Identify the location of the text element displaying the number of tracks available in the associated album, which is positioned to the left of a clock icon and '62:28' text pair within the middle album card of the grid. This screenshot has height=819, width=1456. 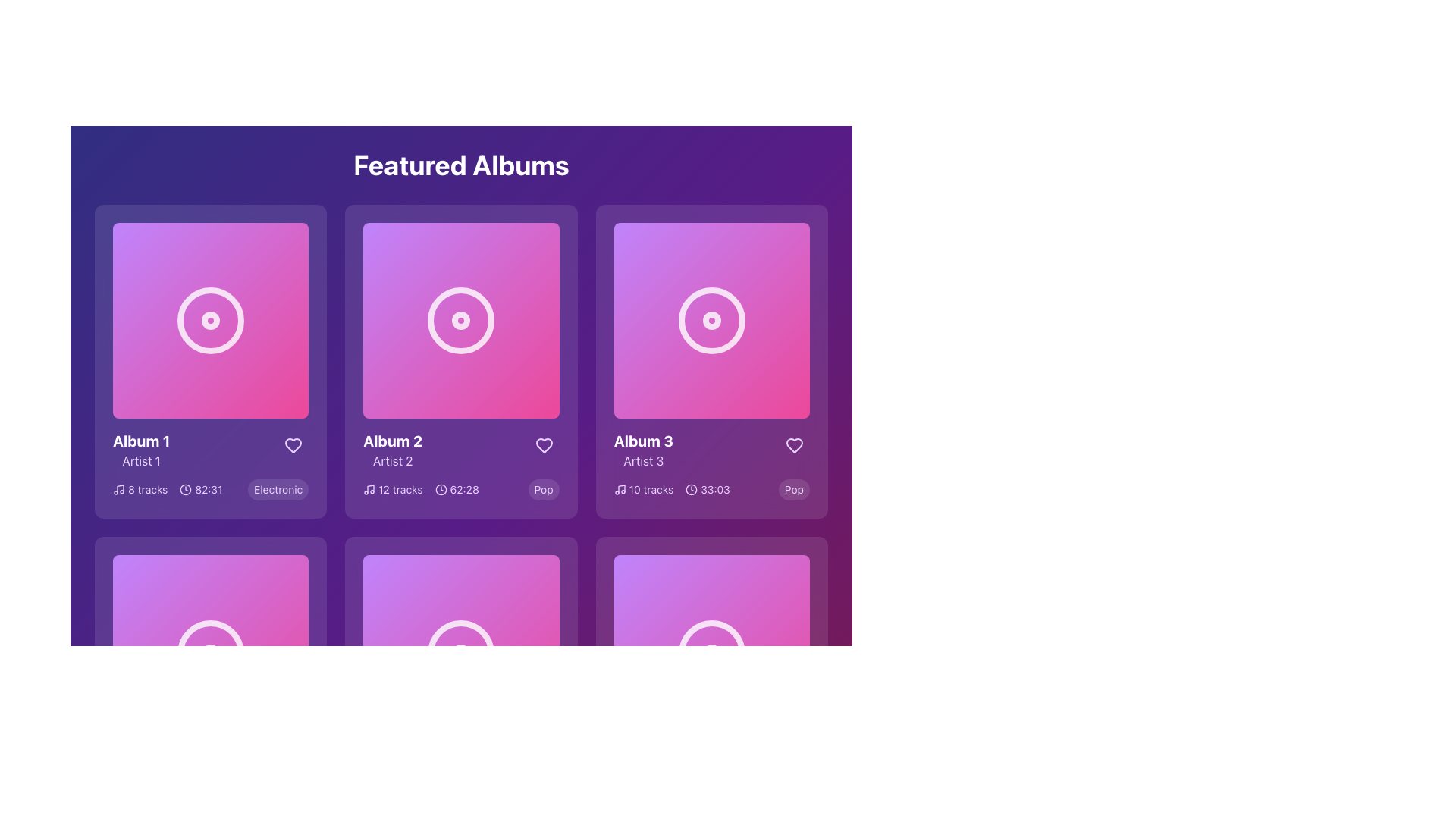
(393, 490).